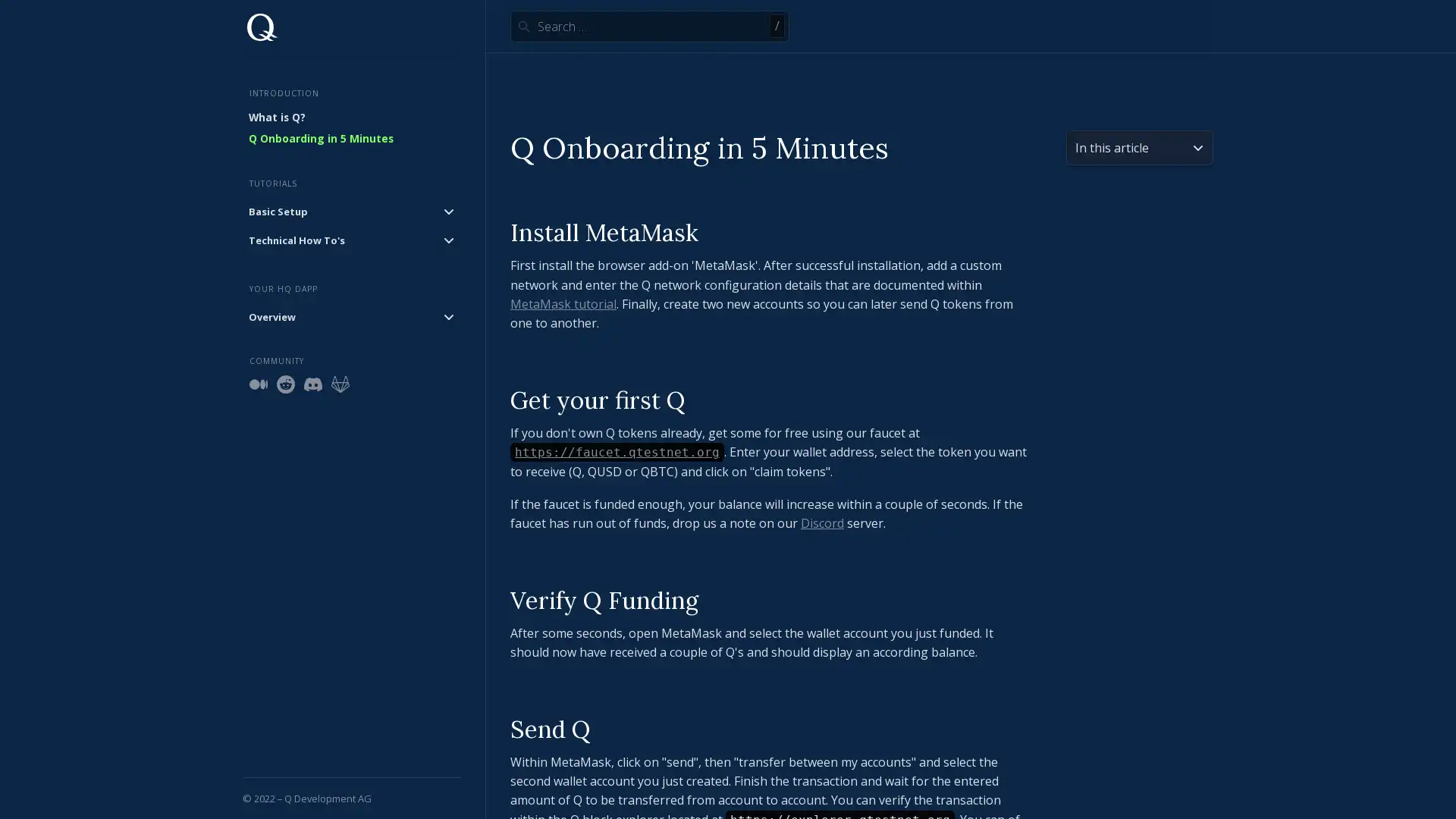  Describe the element at coordinates (351, 239) in the screenshot. I see `Technical How To's` at that location.